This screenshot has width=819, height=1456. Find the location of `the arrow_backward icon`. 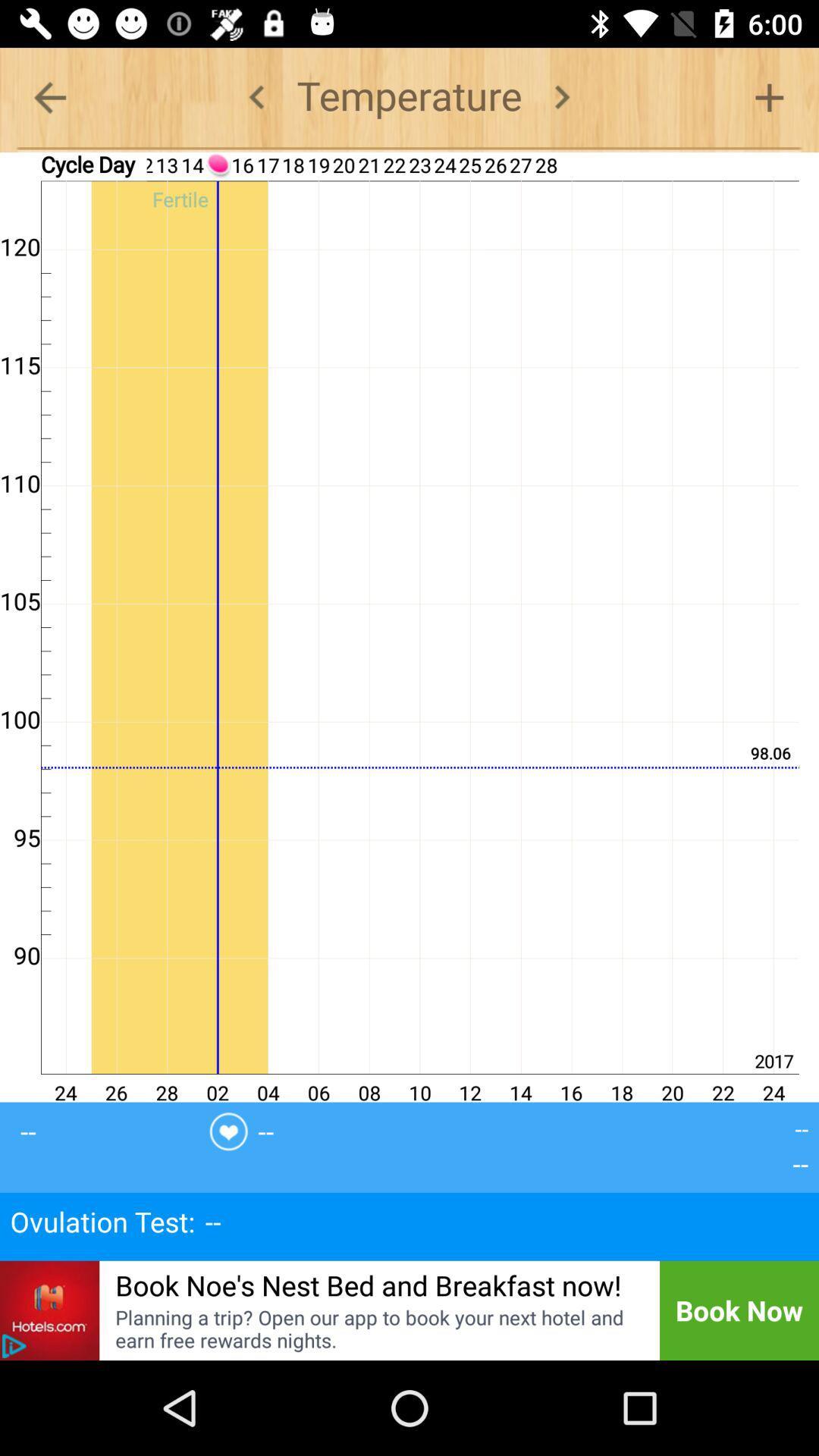

the arrow_backward icon is located at coordinates (256, 96).